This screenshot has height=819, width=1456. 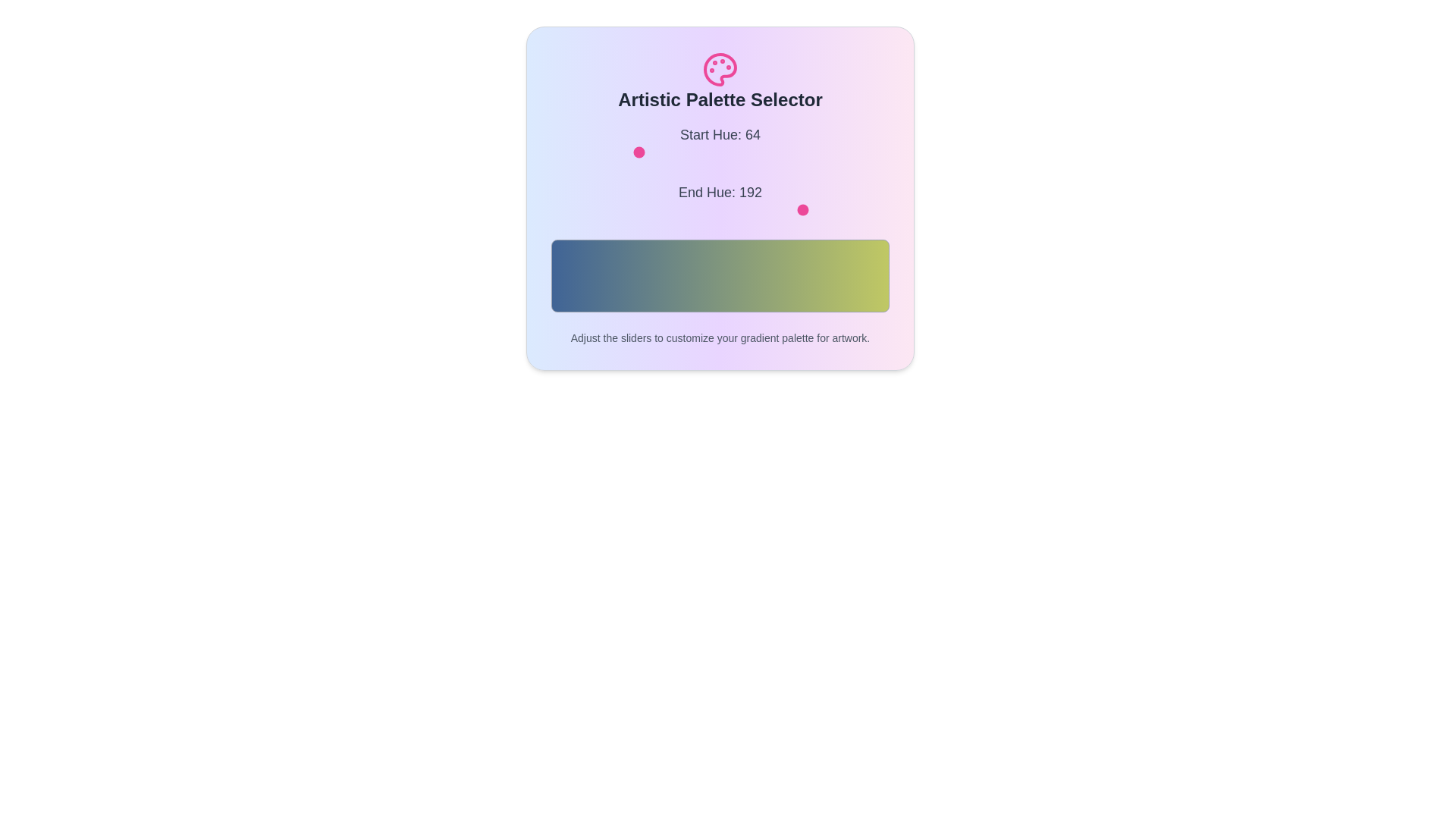 I want to click on the hue slider to set the hue value to 185, so click(x=795, y=152).